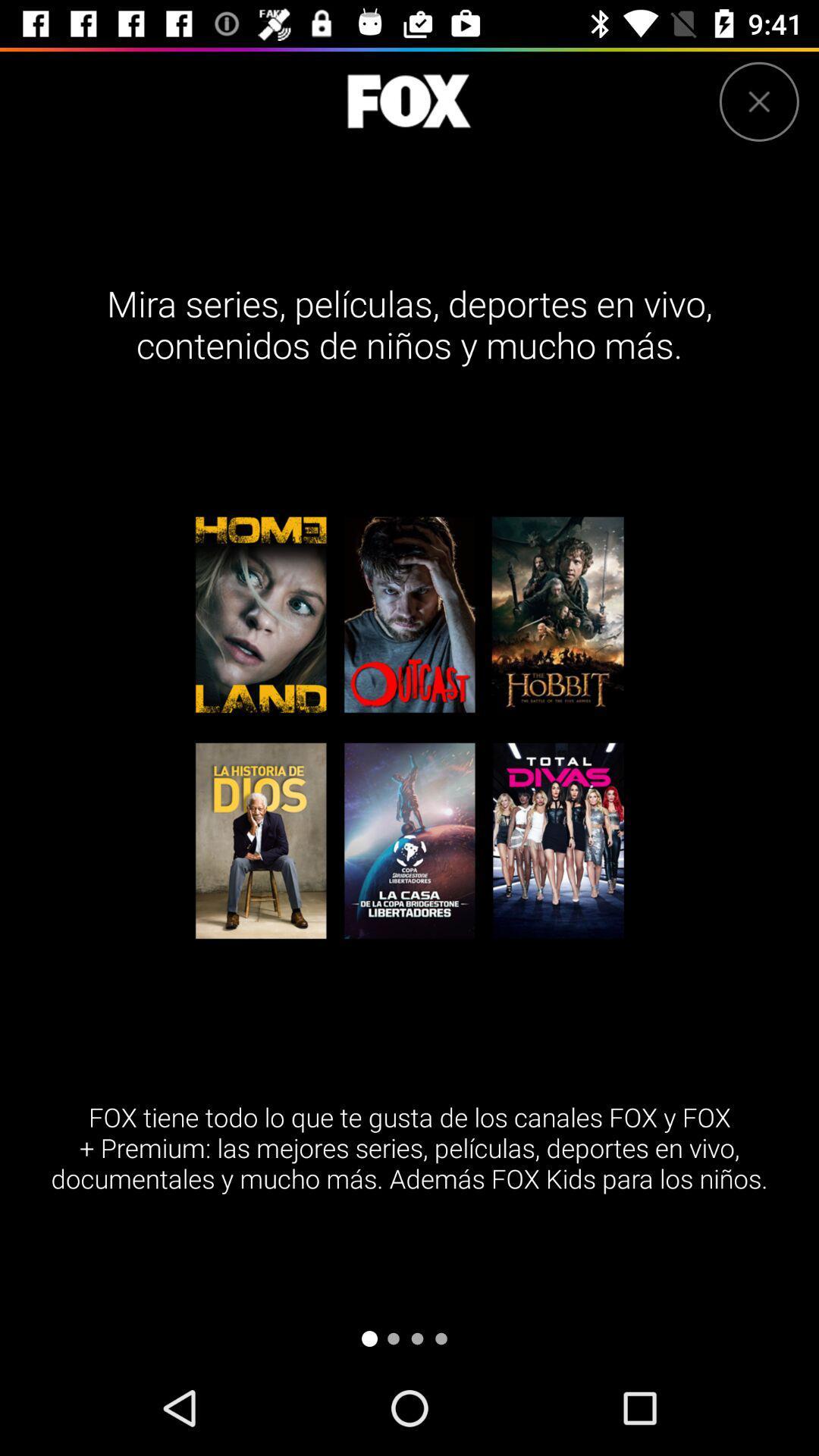 This screenshot has width=819, height=1456. Describe the element at coordinates (408, 101) in the screenshot. I see `to go to fox homepage` at that location.